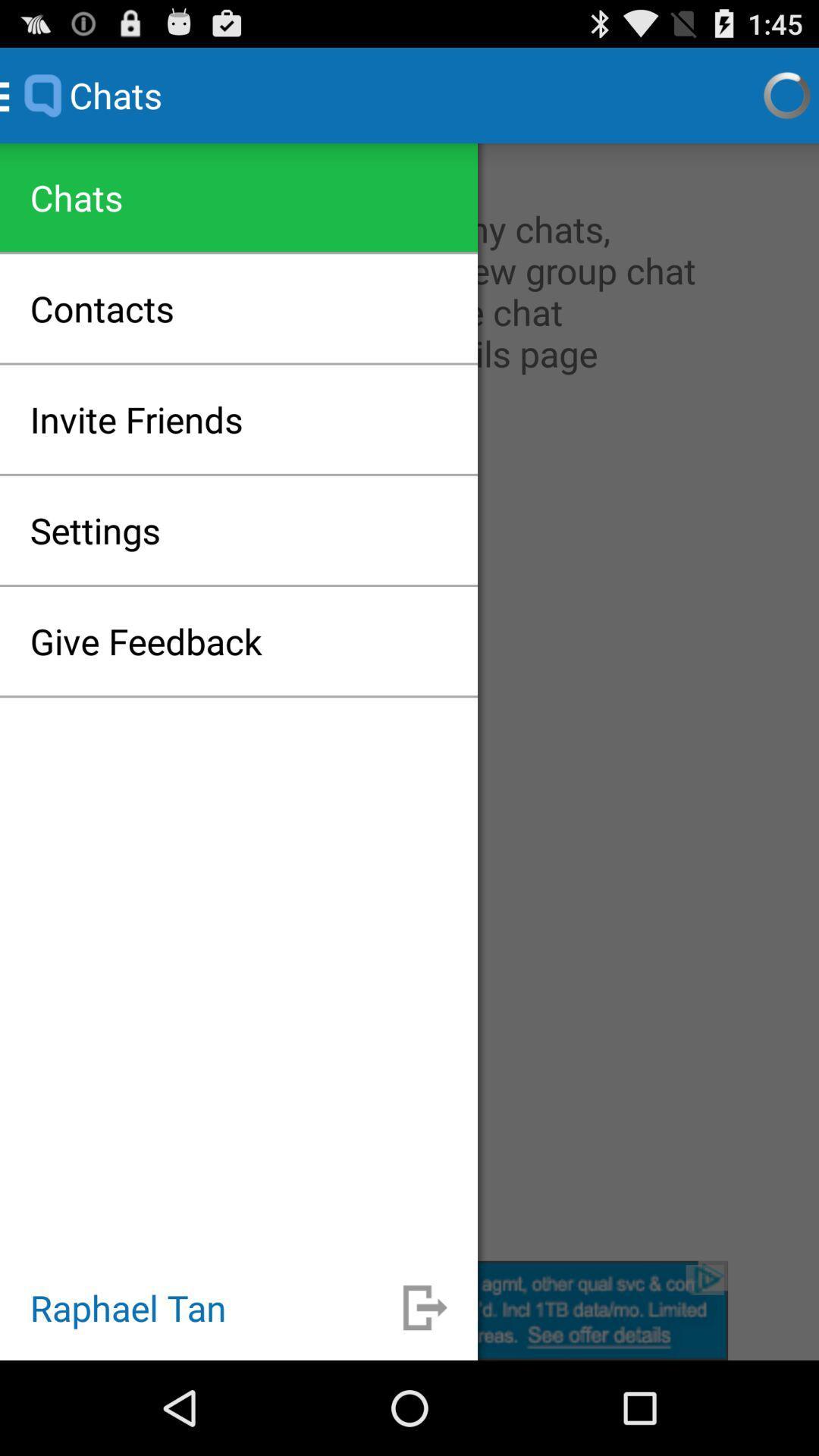  Describe the element at coordinates (409, 701) in the screenshot. I see `the chat options` at that location.